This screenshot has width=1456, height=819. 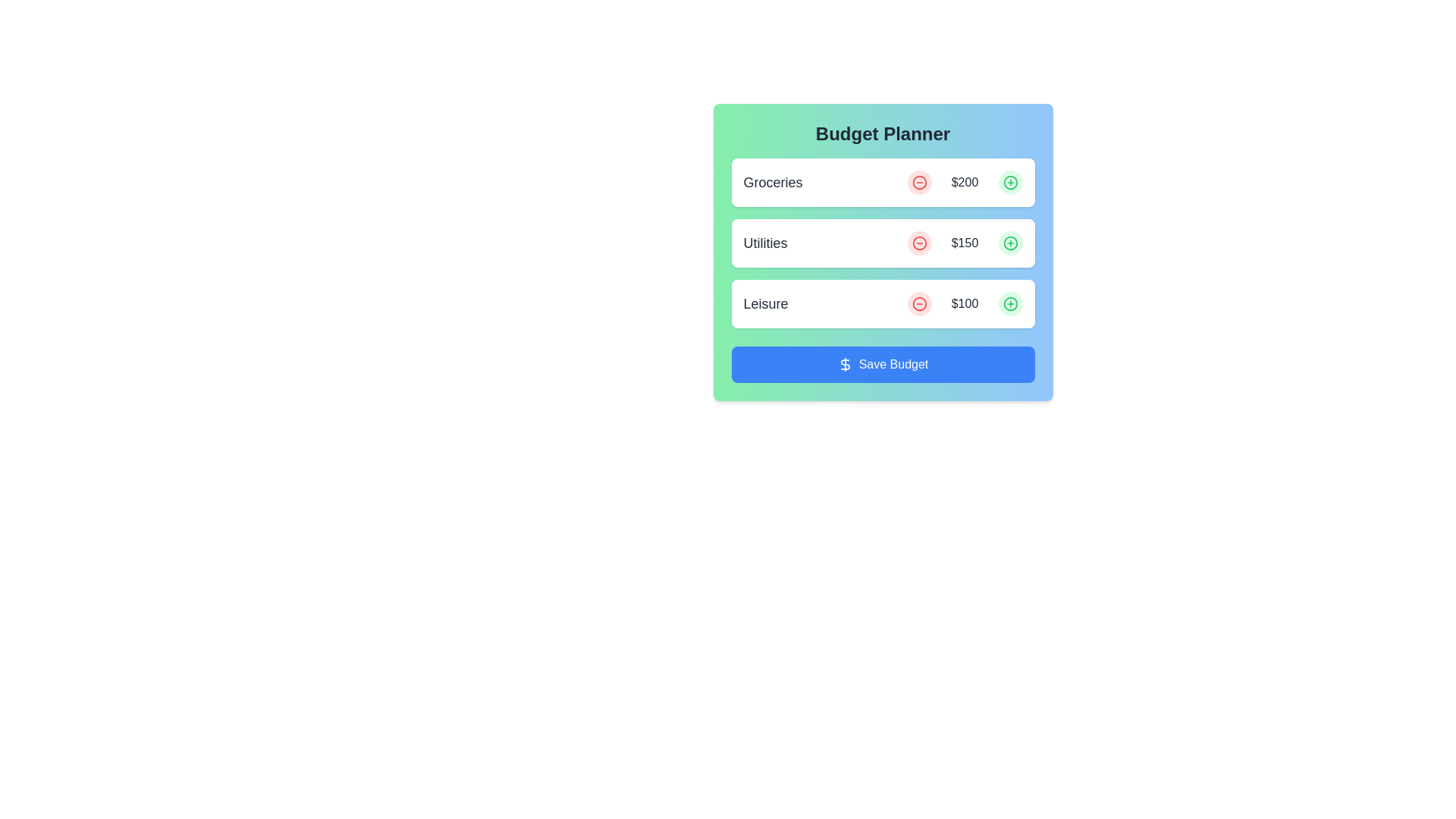 I want to click on the circular '+' icon button in the 'Budget Planner' interface, so click(x=1010, y=304).